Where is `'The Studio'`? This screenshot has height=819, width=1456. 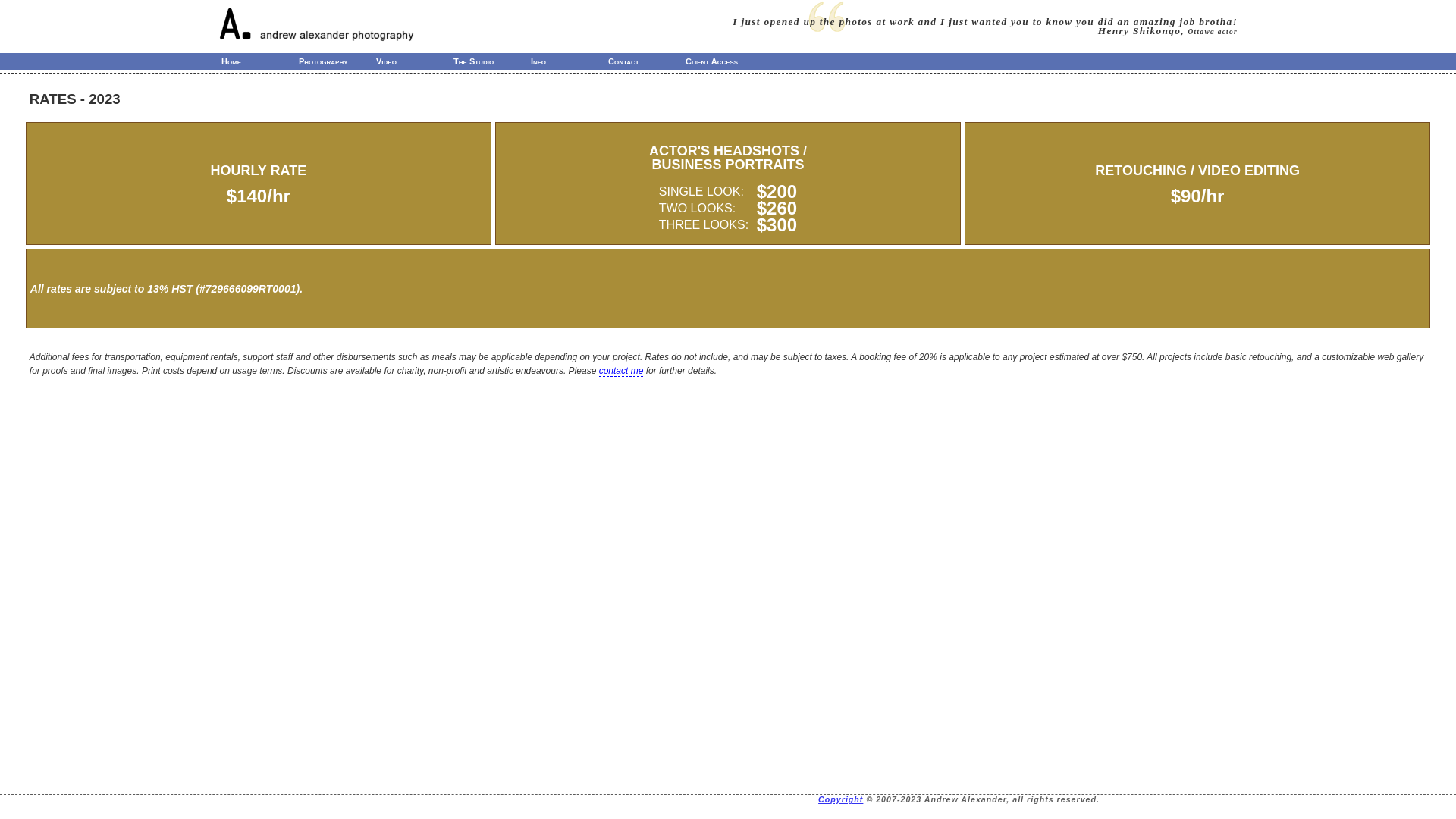 'The Studio' is located at coordinates (450, 61).